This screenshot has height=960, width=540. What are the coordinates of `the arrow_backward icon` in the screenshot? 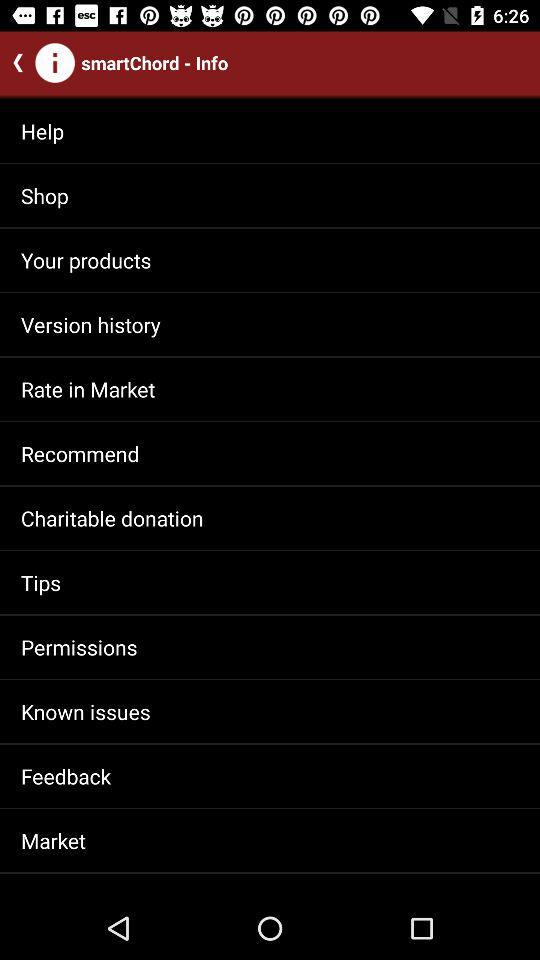 It's located at (13, 62).